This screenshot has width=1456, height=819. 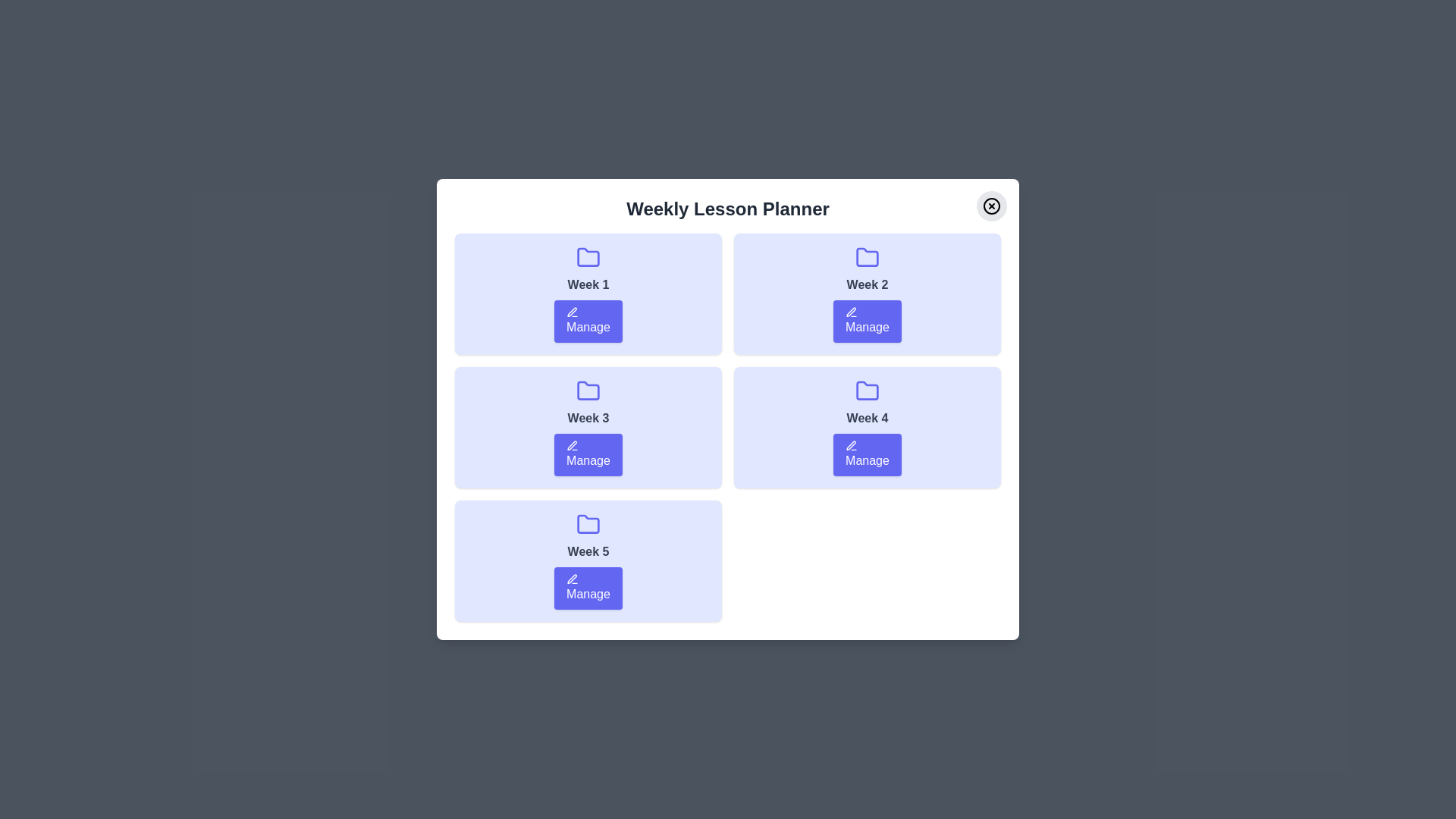 I want to click on 'Manage' button for Week 2, so click(x=867, y=321).